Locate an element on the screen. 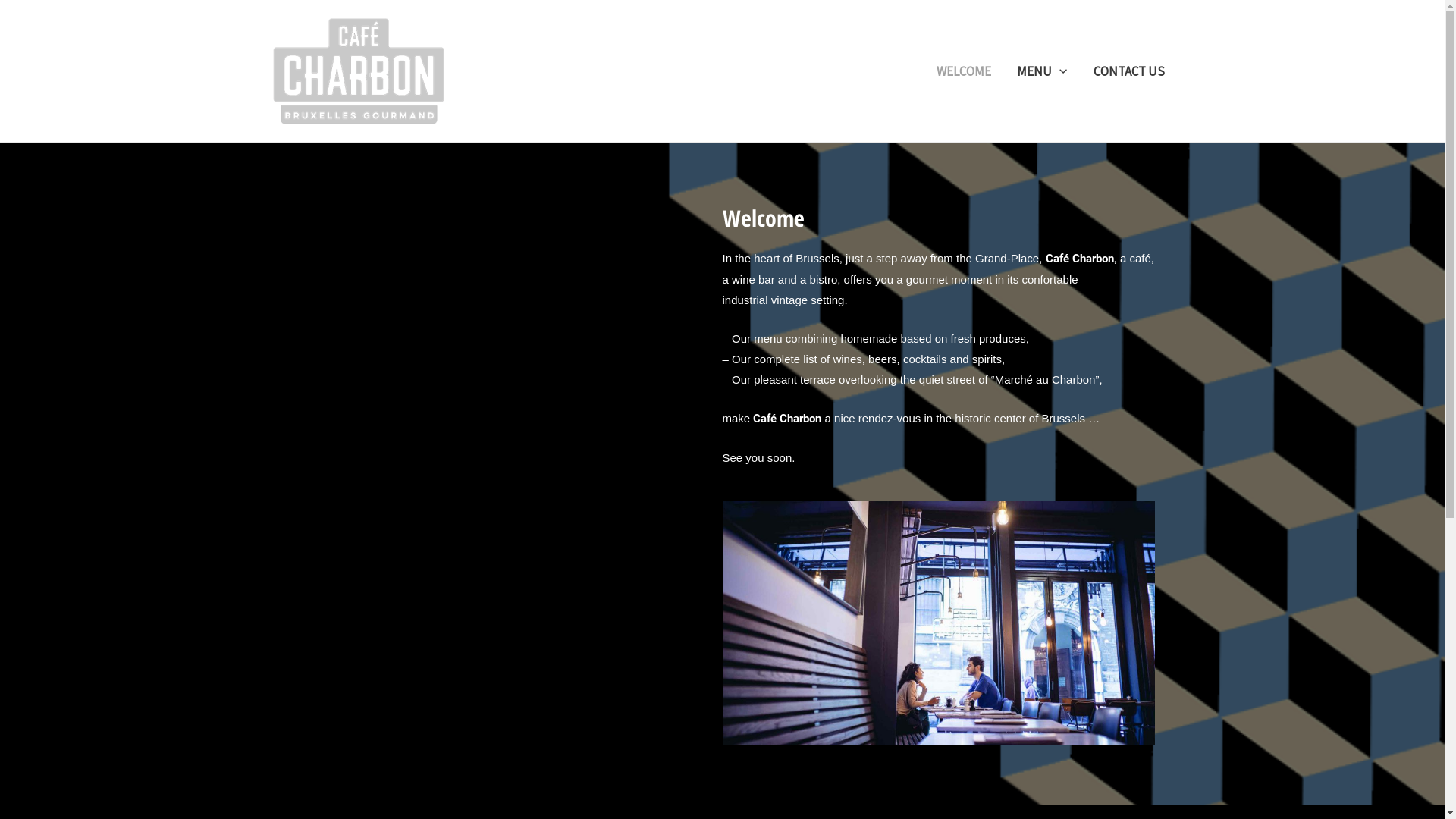 The height and width of the screenshot is (819, 1456). 'CONTACT US' is located at coordinates (1128, 70).